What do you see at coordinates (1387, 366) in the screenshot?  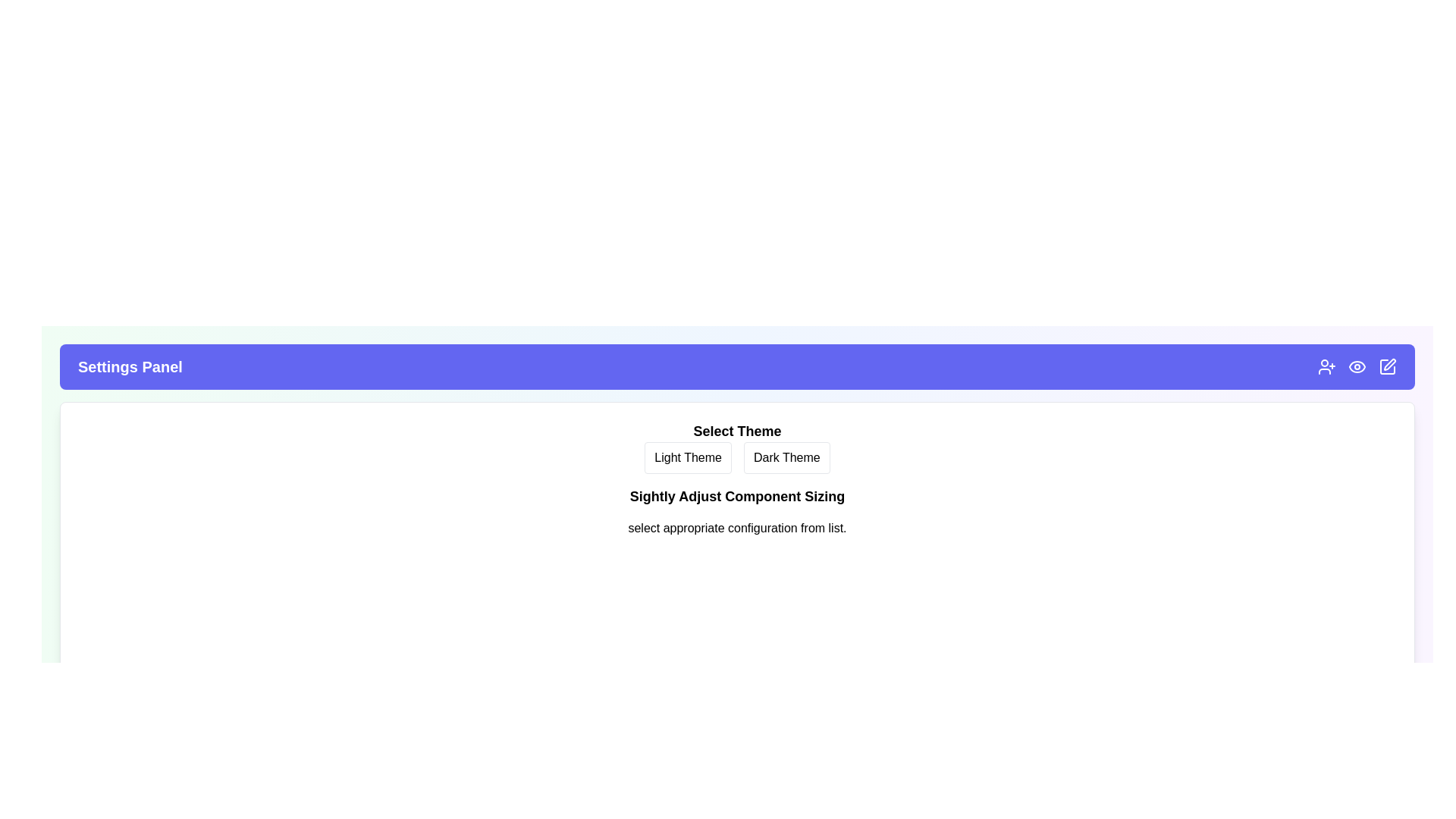 I see `the graphical icon representing an action in the top-right of the interface` at bounding box center [1387, 366].